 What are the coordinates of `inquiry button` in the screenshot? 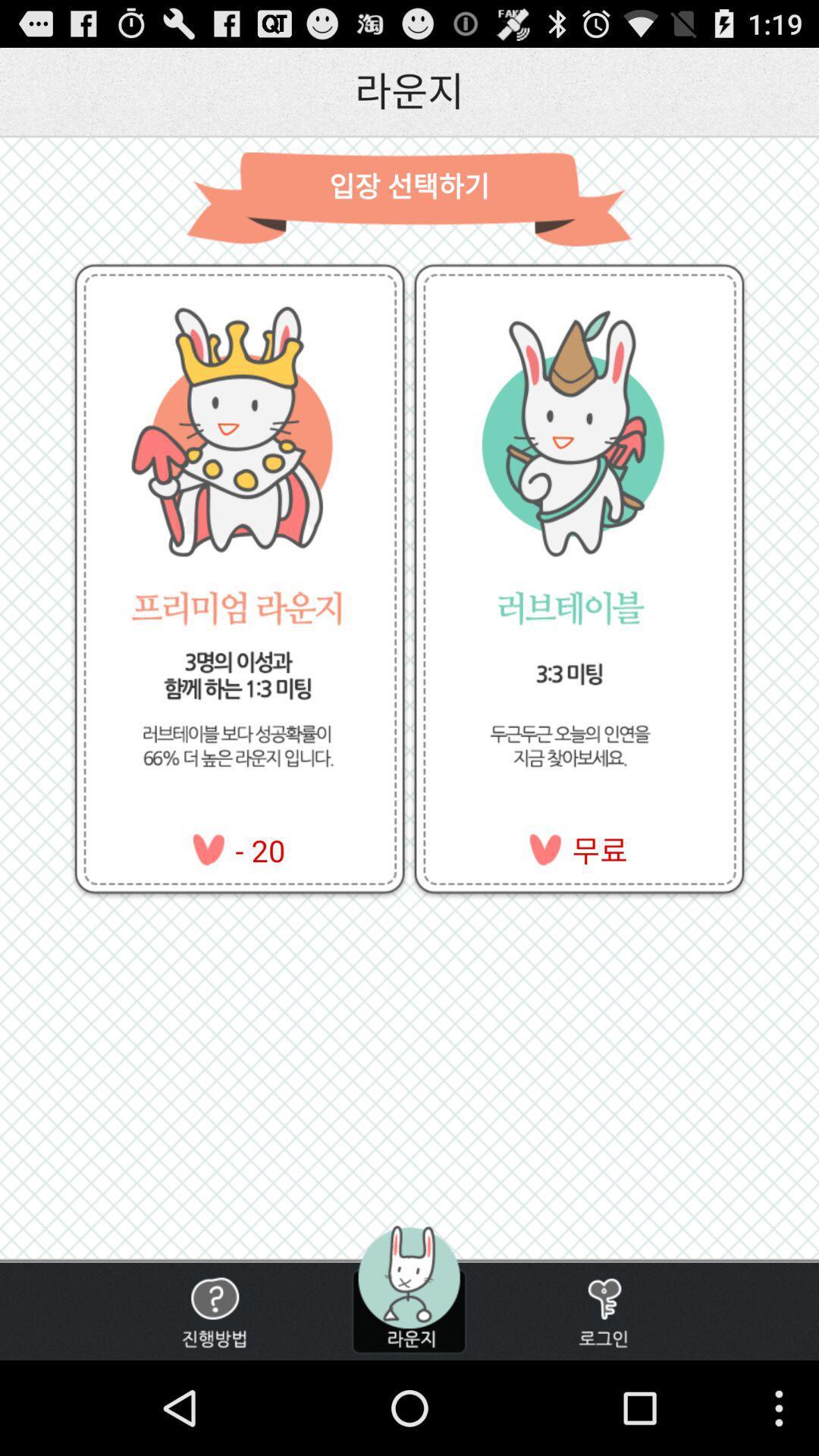 It's located at (214, 1310).